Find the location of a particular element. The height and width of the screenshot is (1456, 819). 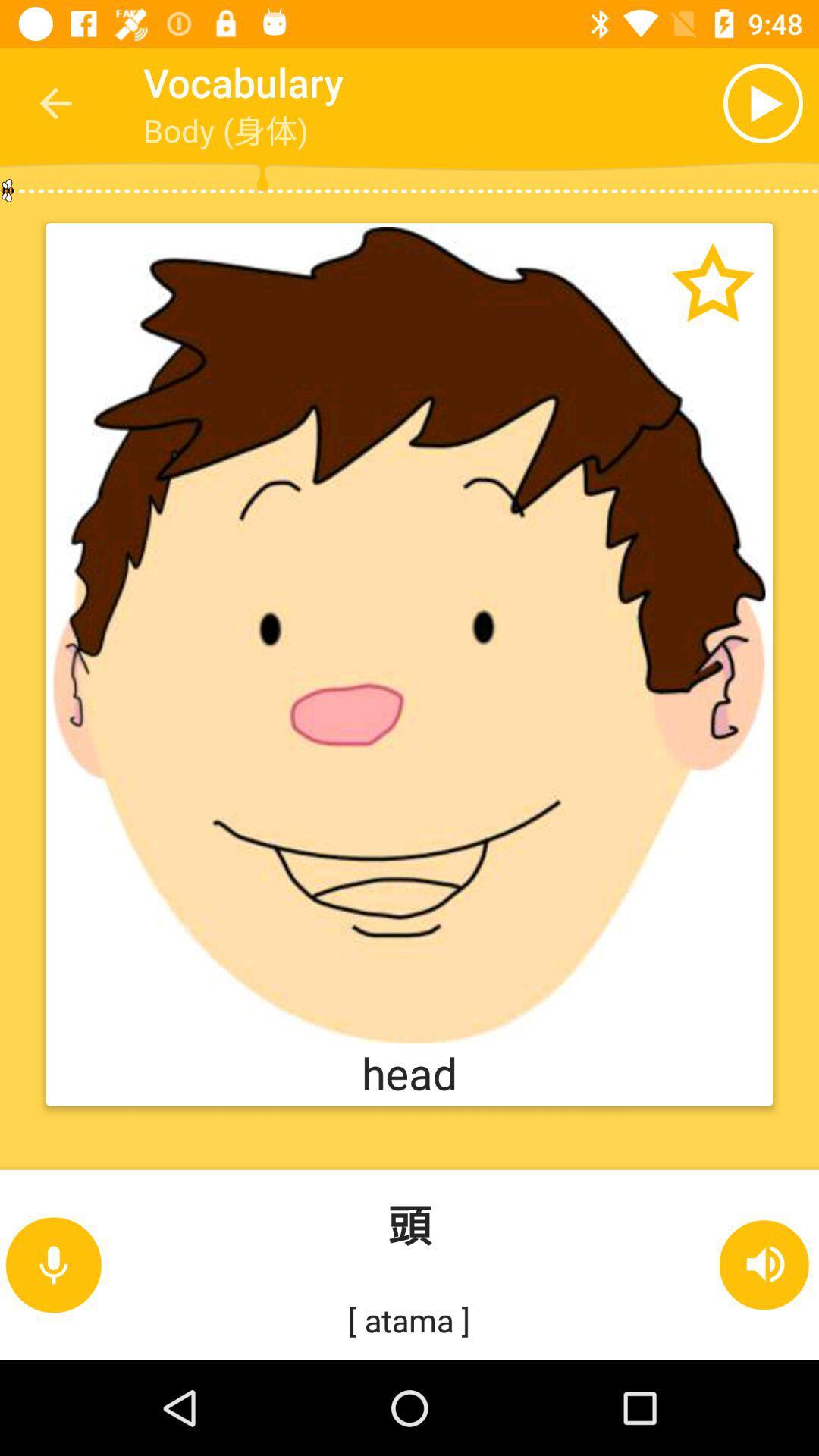

the play icon is located at coordinates (703, 102).